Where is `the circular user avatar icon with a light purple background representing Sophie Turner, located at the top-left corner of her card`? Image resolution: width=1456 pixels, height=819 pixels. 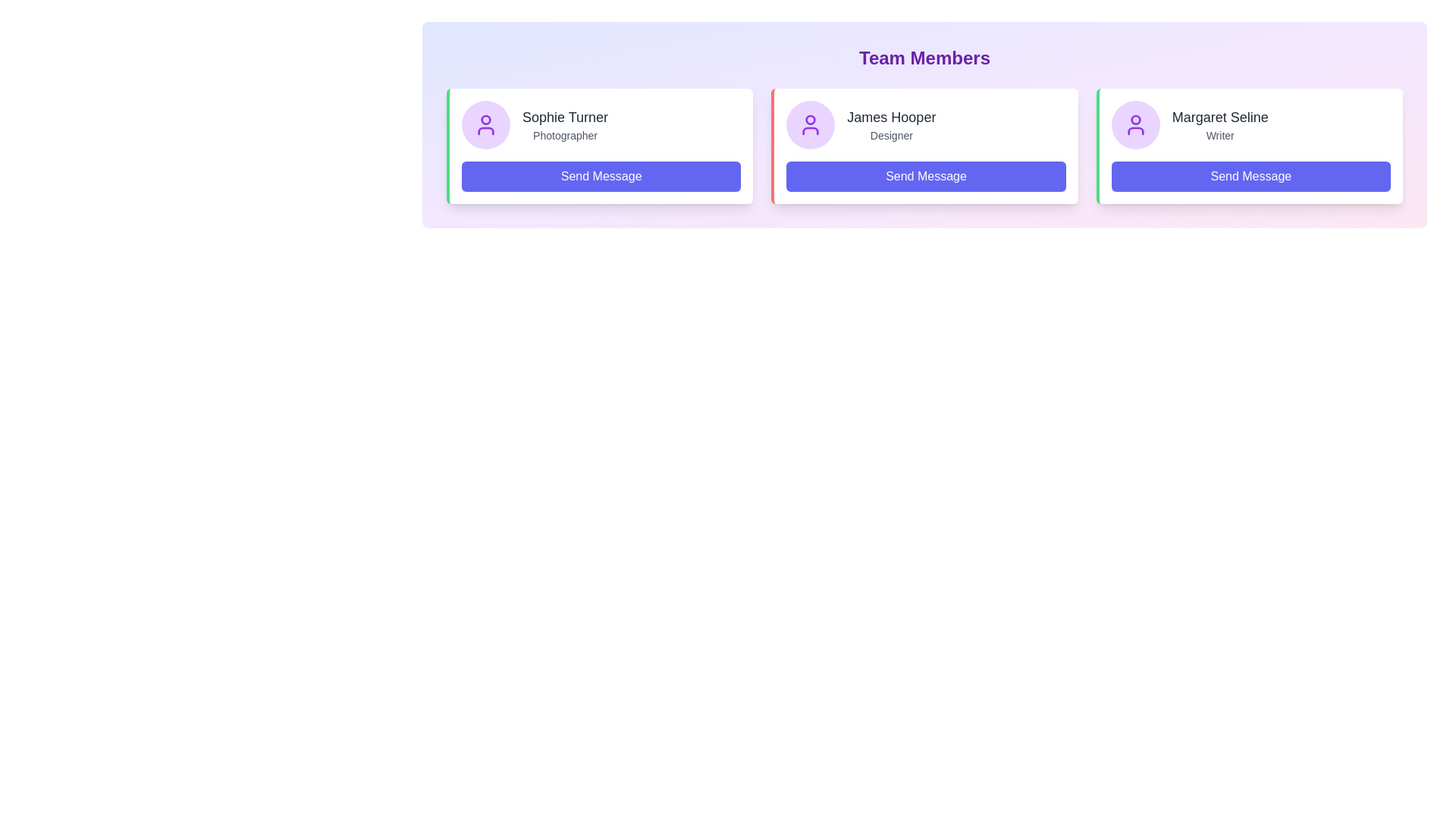 the circular user avatar icon with a light purple background representing Sophie Turner, located at the top-left corner of her card is located at coordinates (486, 124).